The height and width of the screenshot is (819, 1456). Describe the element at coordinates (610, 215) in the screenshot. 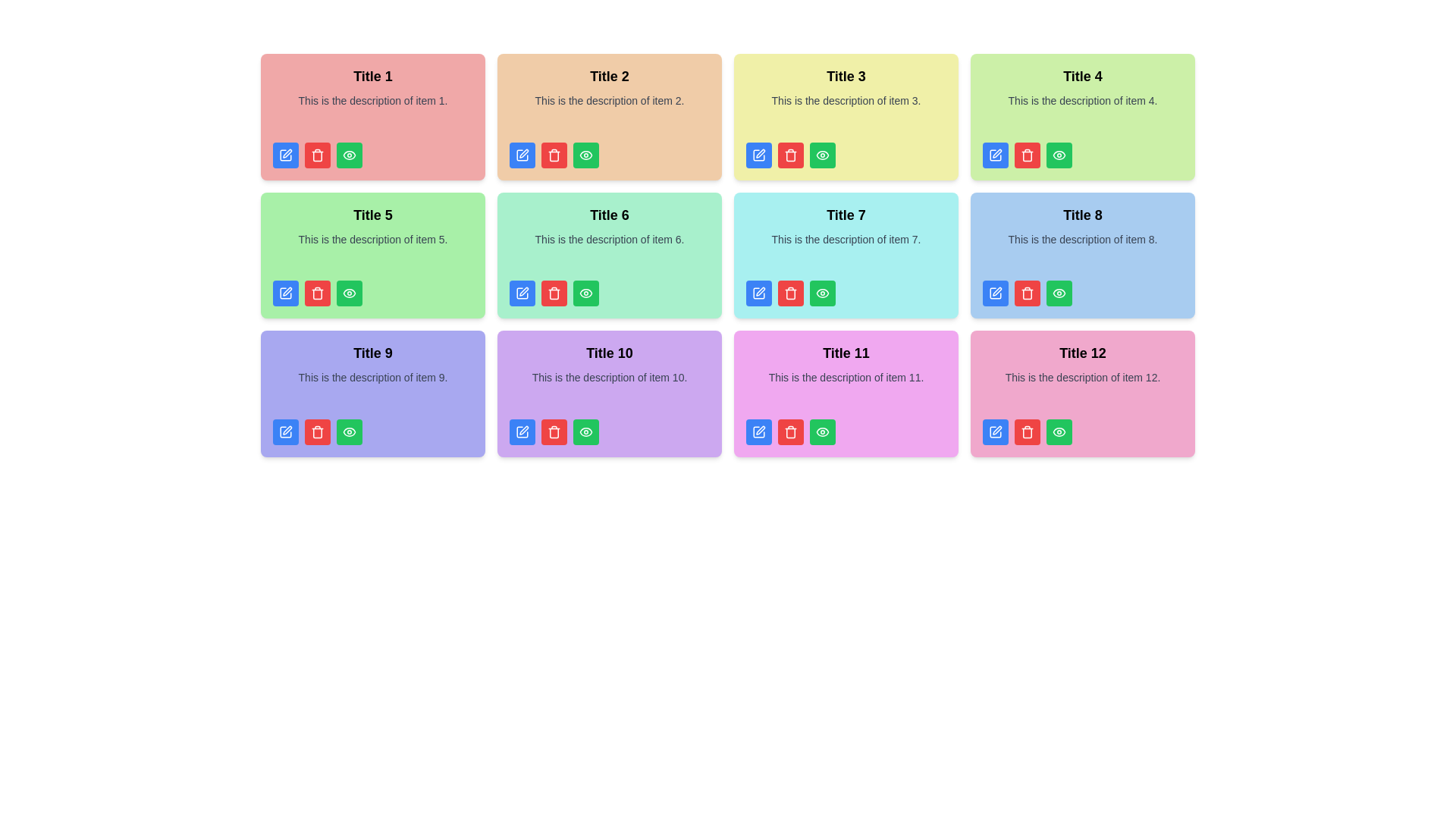

I see `the static text label that serves as a title for the green card in the second row, third column of the grid layout` at that location.